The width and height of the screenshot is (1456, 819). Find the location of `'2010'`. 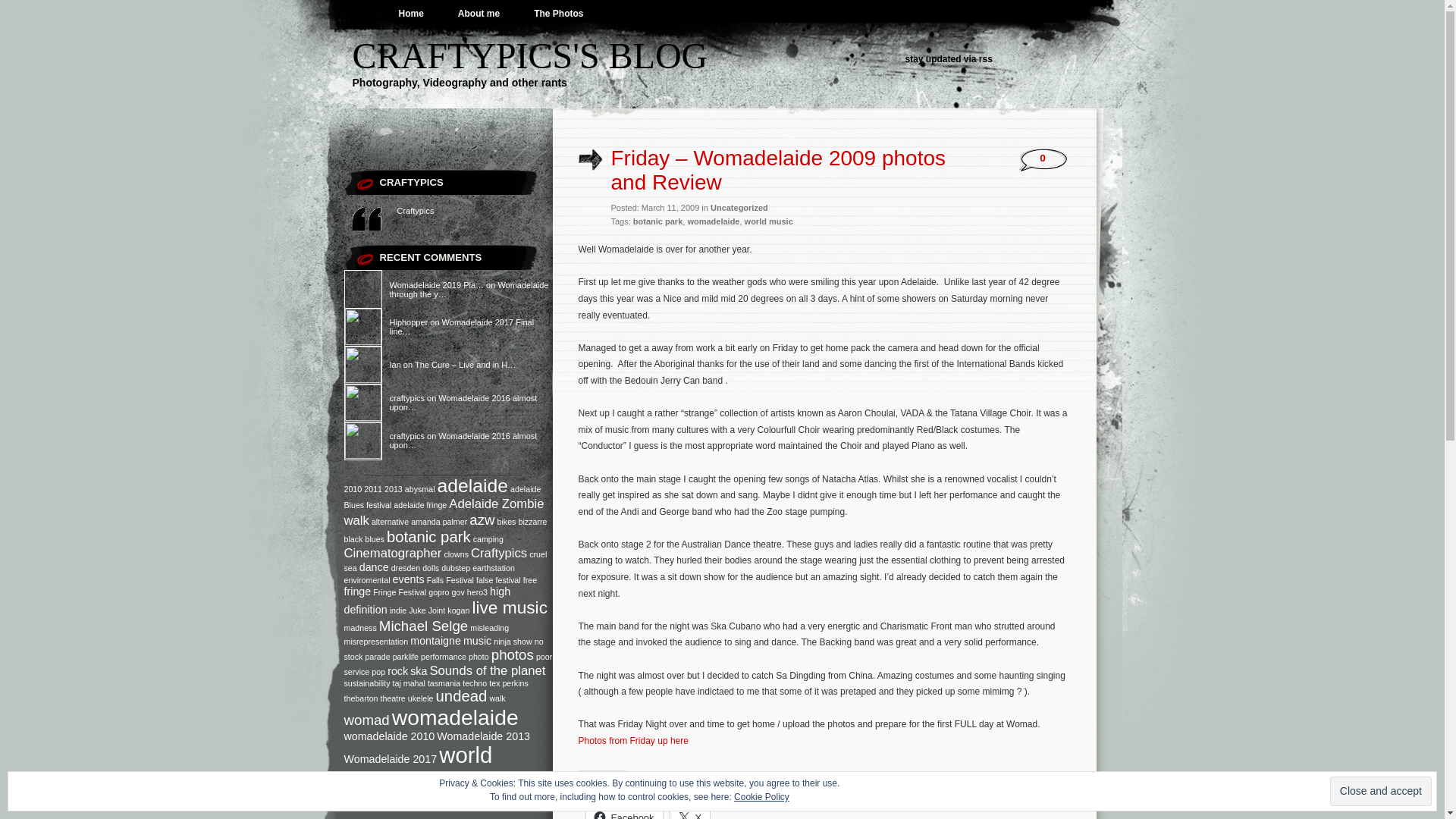

'2010' is located at coordinates (352, 488).